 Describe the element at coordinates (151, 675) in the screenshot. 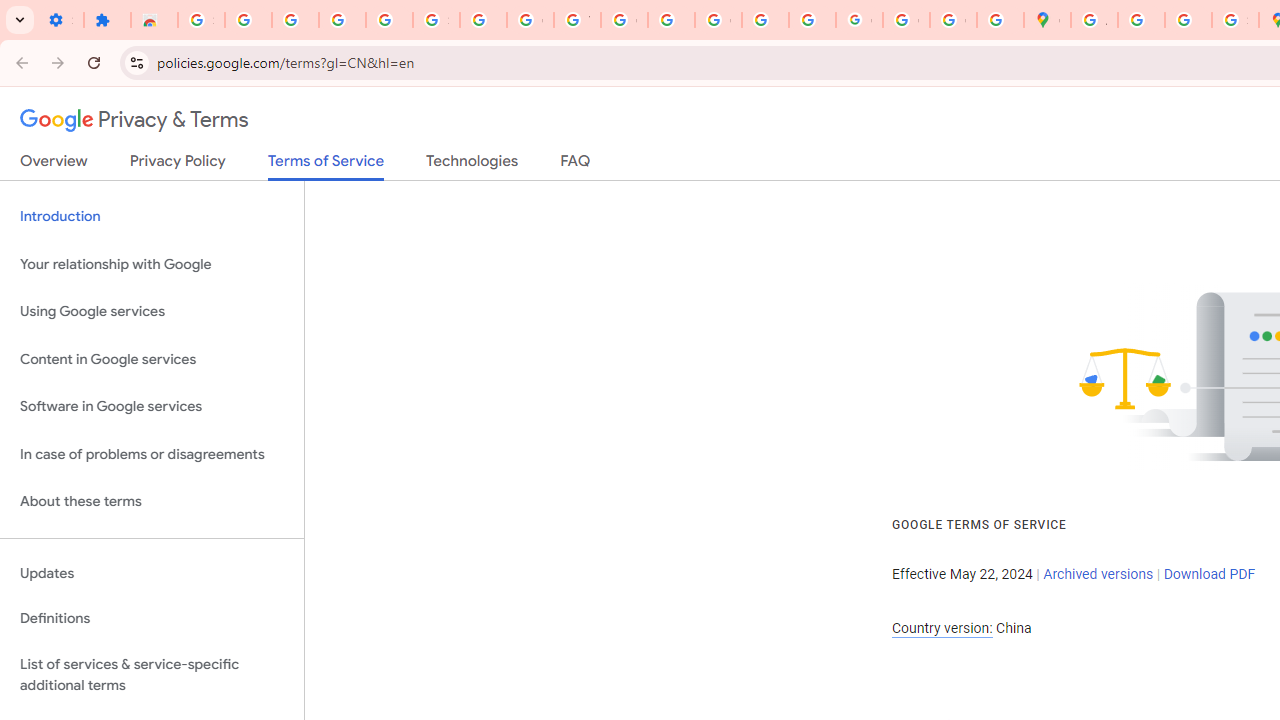

I see `'List of services & service-specific additional terms'` at that location.